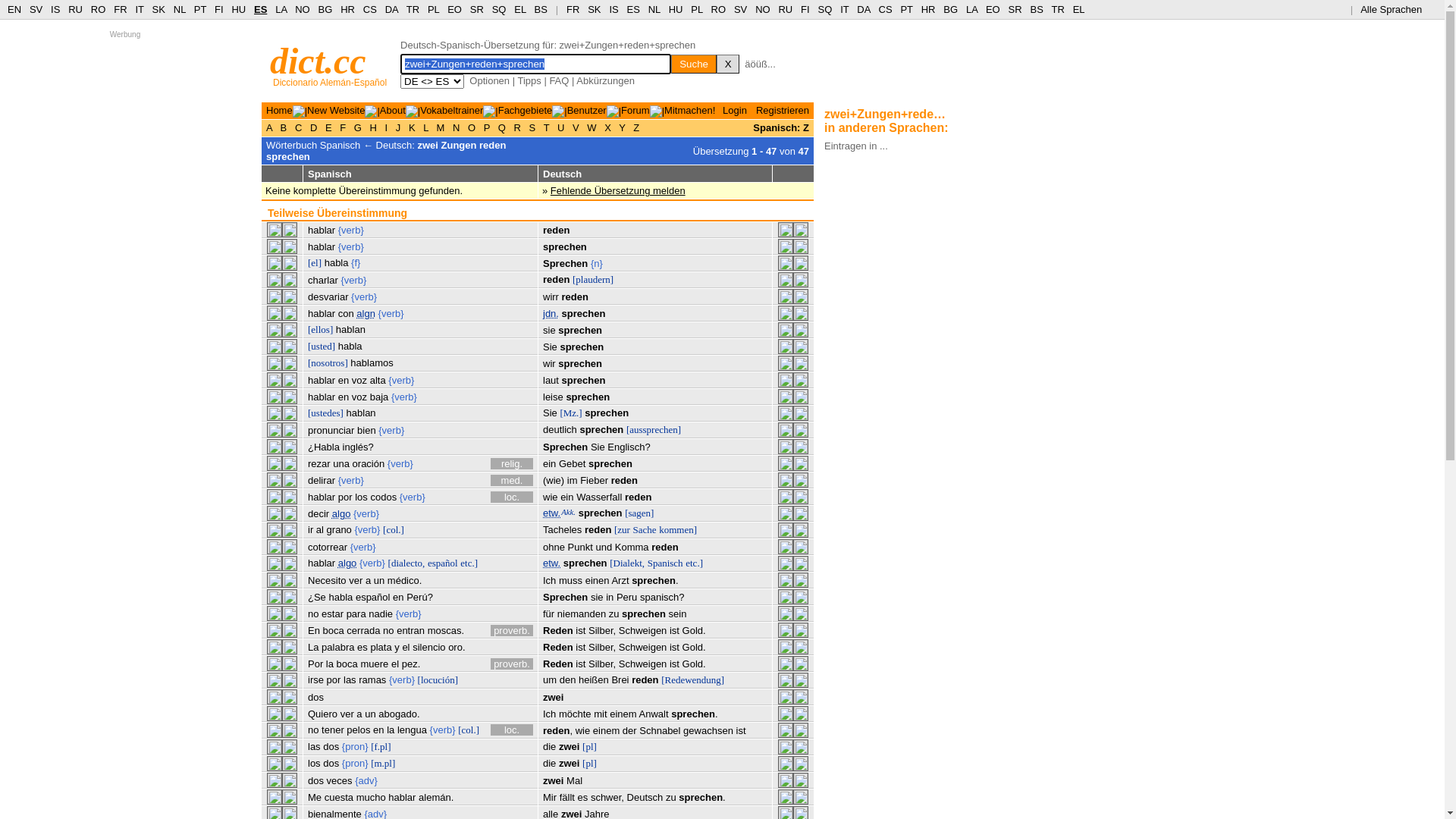  Describe the element at coordinates (411, 127) in the screenshot. I see `'K'` at that location.